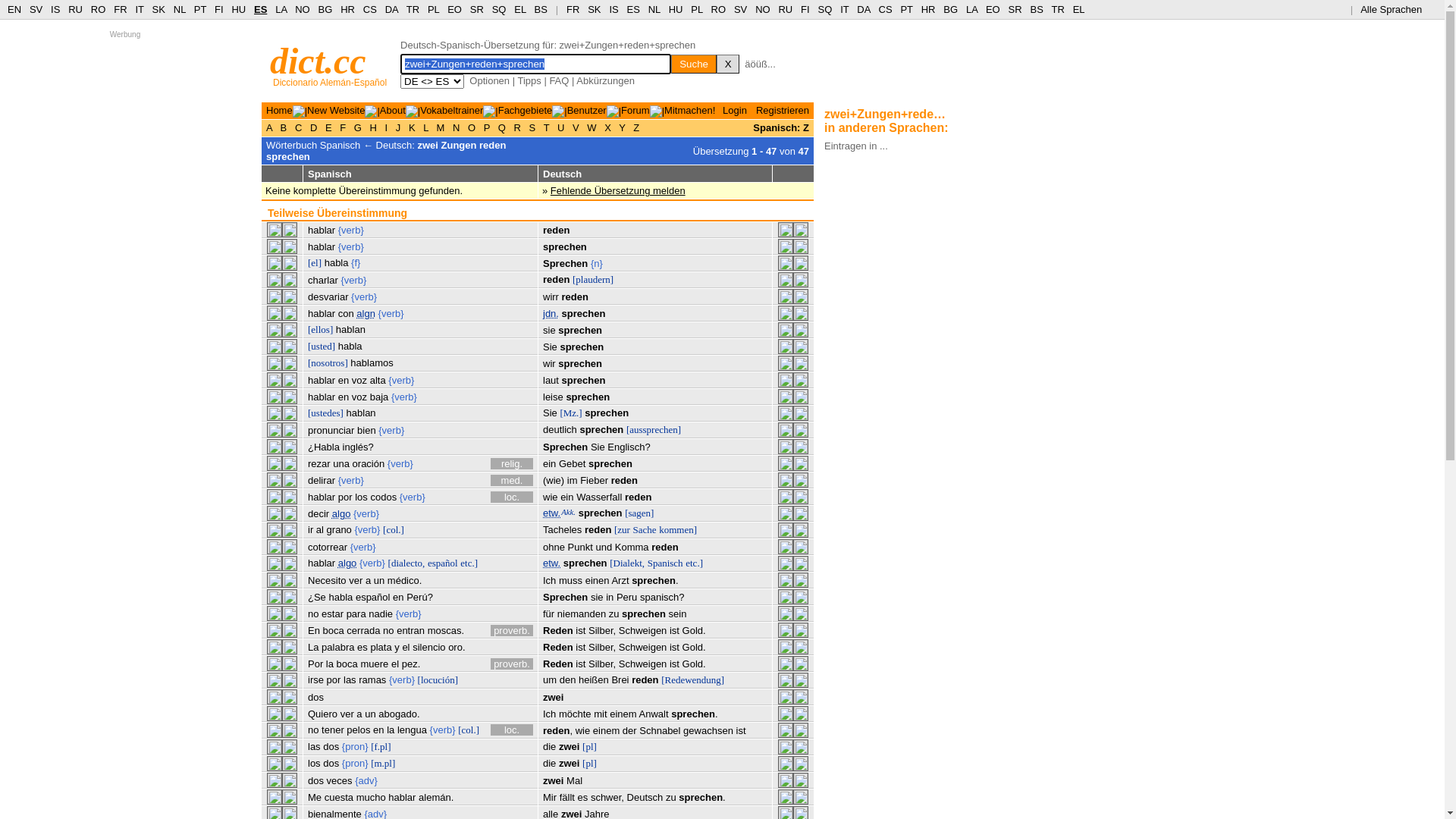  Describe the element at coordinates (411, 127) in the screenshot. I see `'K'` at that location.